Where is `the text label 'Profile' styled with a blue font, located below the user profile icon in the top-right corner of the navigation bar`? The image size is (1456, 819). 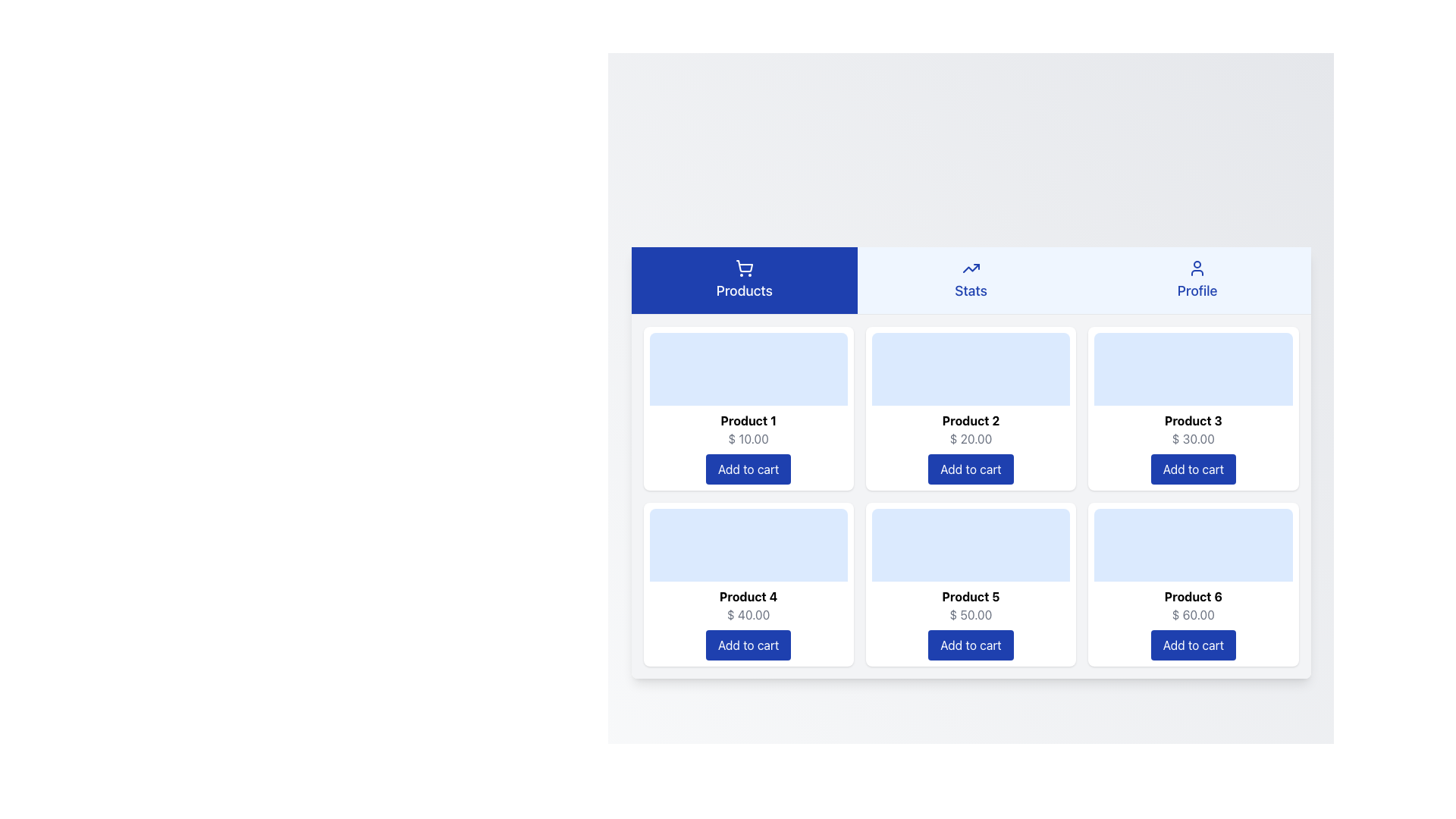 the text label 'Profile' styled with a blue font, located below the user profile icon in the top-right corner of the navigation bar is located at coordinates (1197, 290).